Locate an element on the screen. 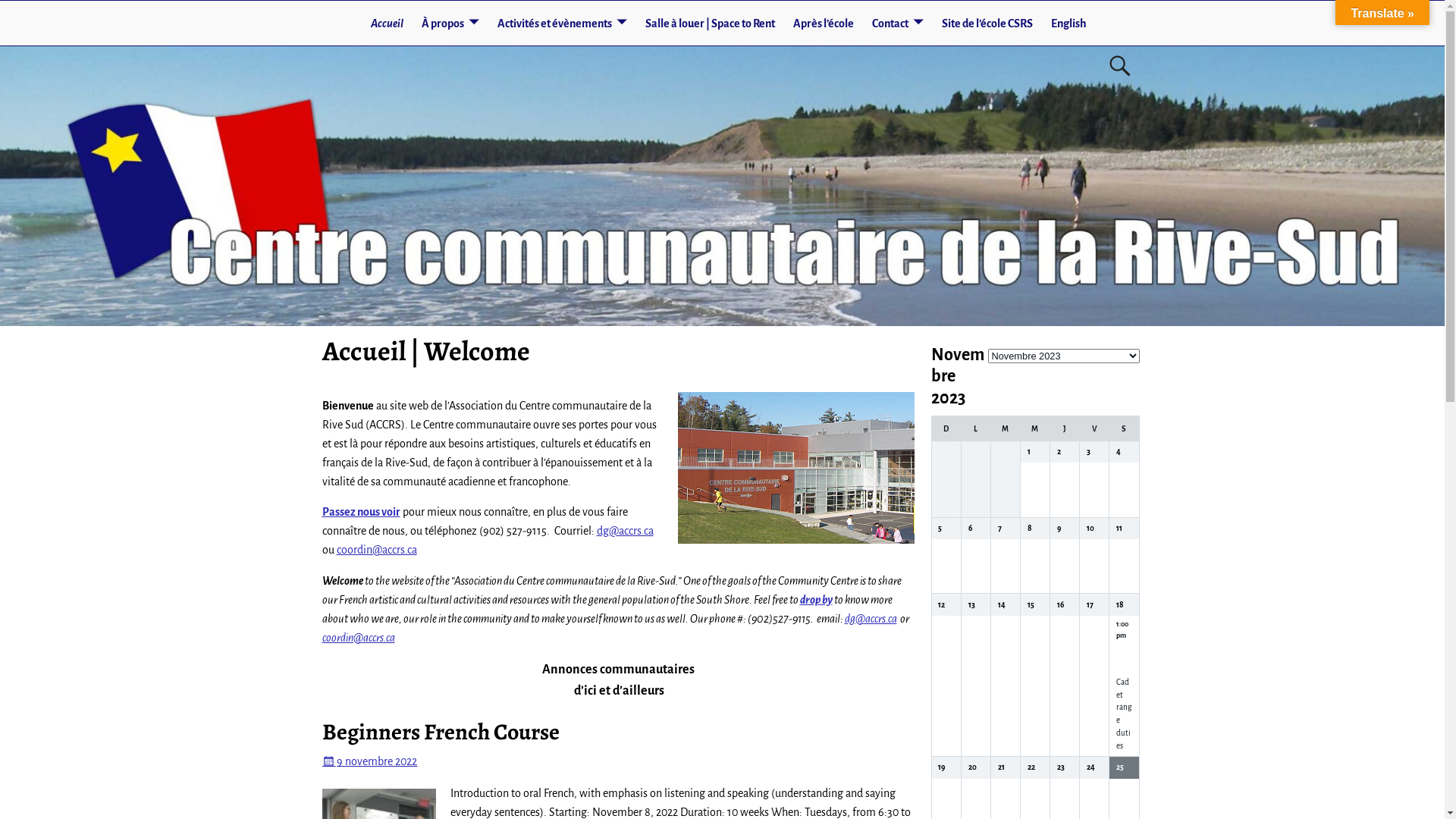 Image resolution: width=1456 pixels, height=819 pixels. 'Passez nous voir' is located at coordinates (359, 512).